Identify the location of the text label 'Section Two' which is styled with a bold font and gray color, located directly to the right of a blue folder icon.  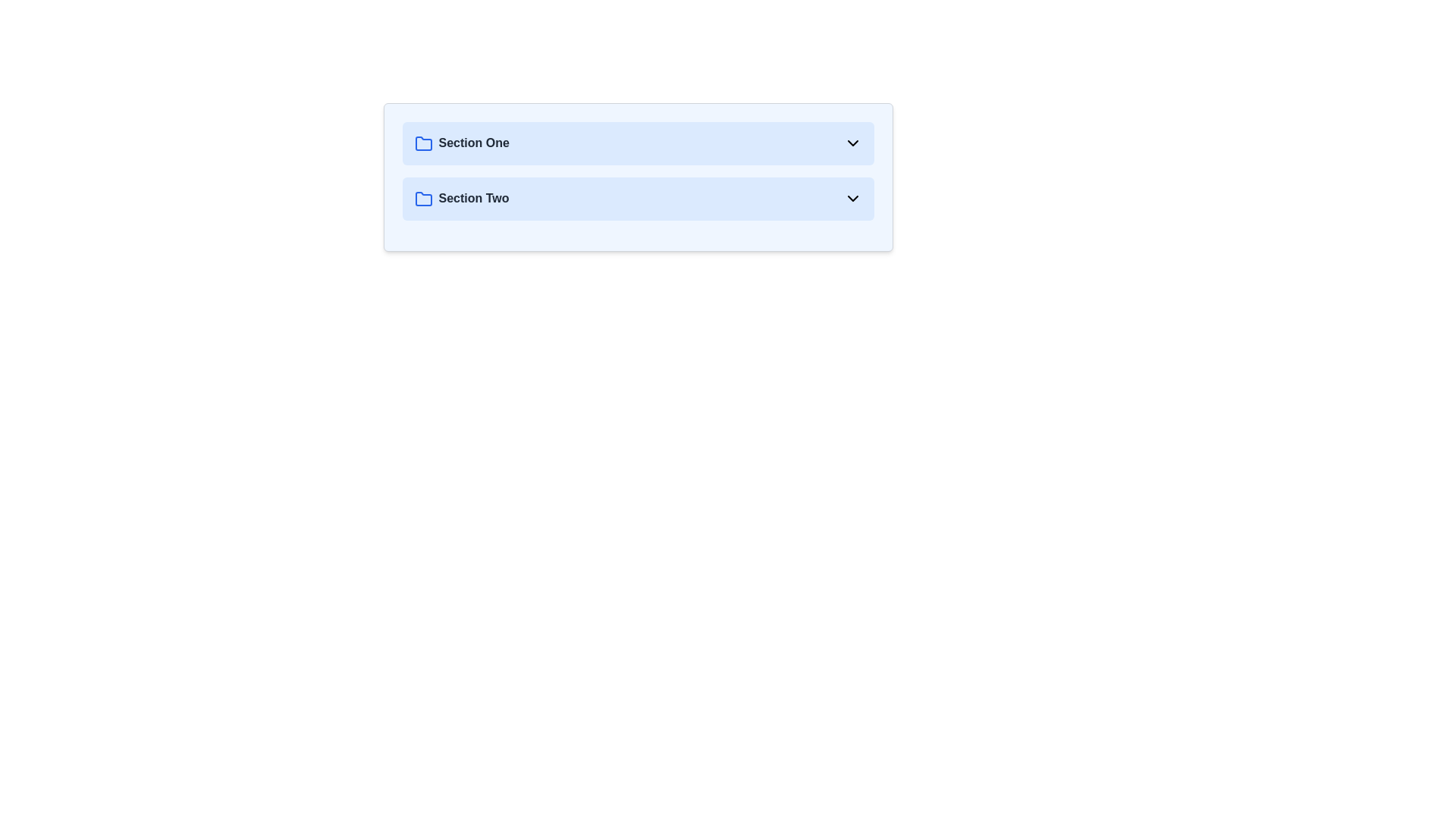
(472, 197).